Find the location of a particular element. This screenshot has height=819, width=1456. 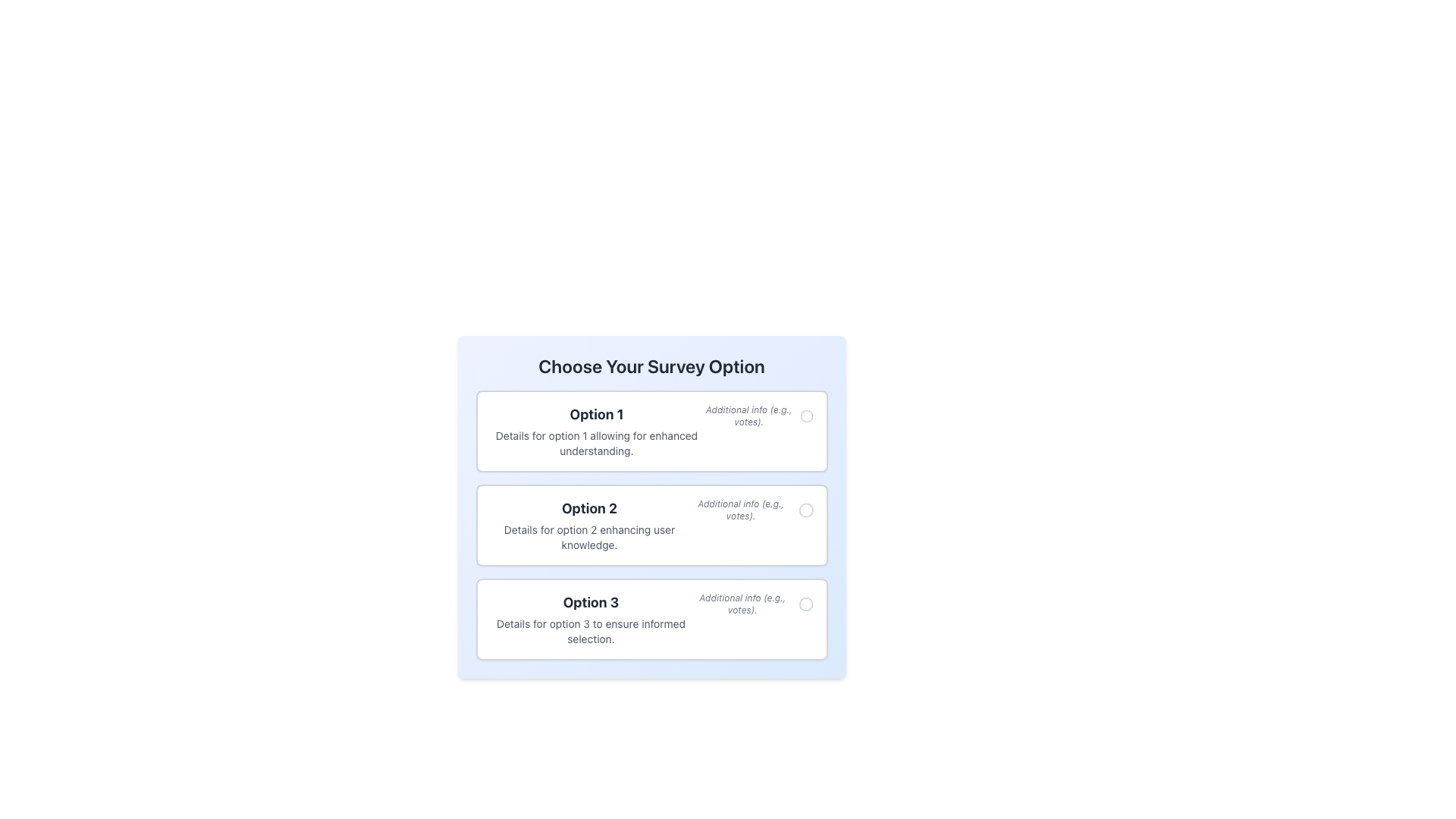

the small circular icon with a thin border next to the text 'Additional info (e.g., votes)' in the list item 'Option 2' is located at coordinates (805, 510).